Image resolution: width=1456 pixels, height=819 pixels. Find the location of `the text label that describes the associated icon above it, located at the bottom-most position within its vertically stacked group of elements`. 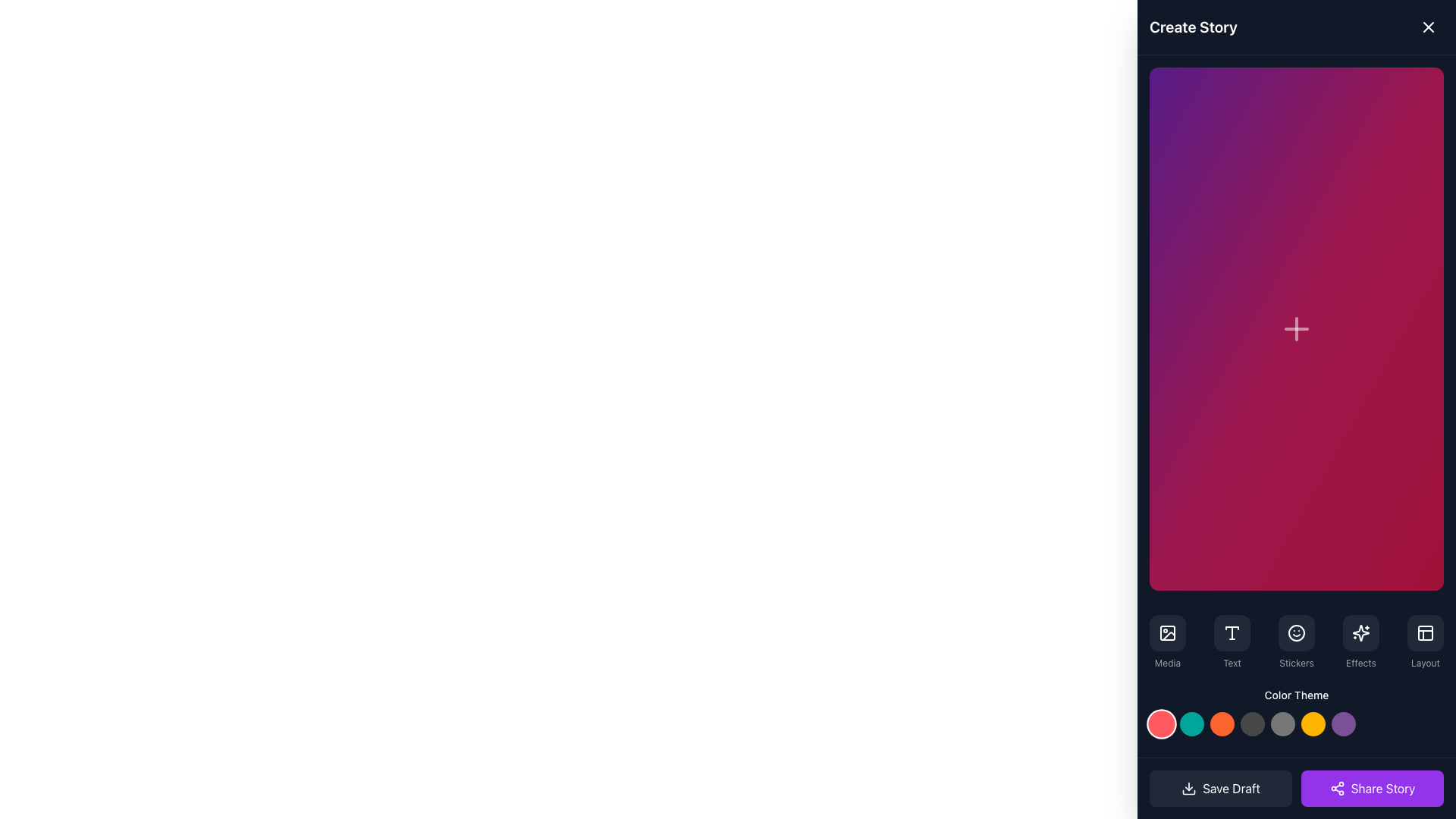

the text label that describes the associated icon above it, located at the bottom-most position within its vertically stacked group of elements is located at coordinates (1232, 662).